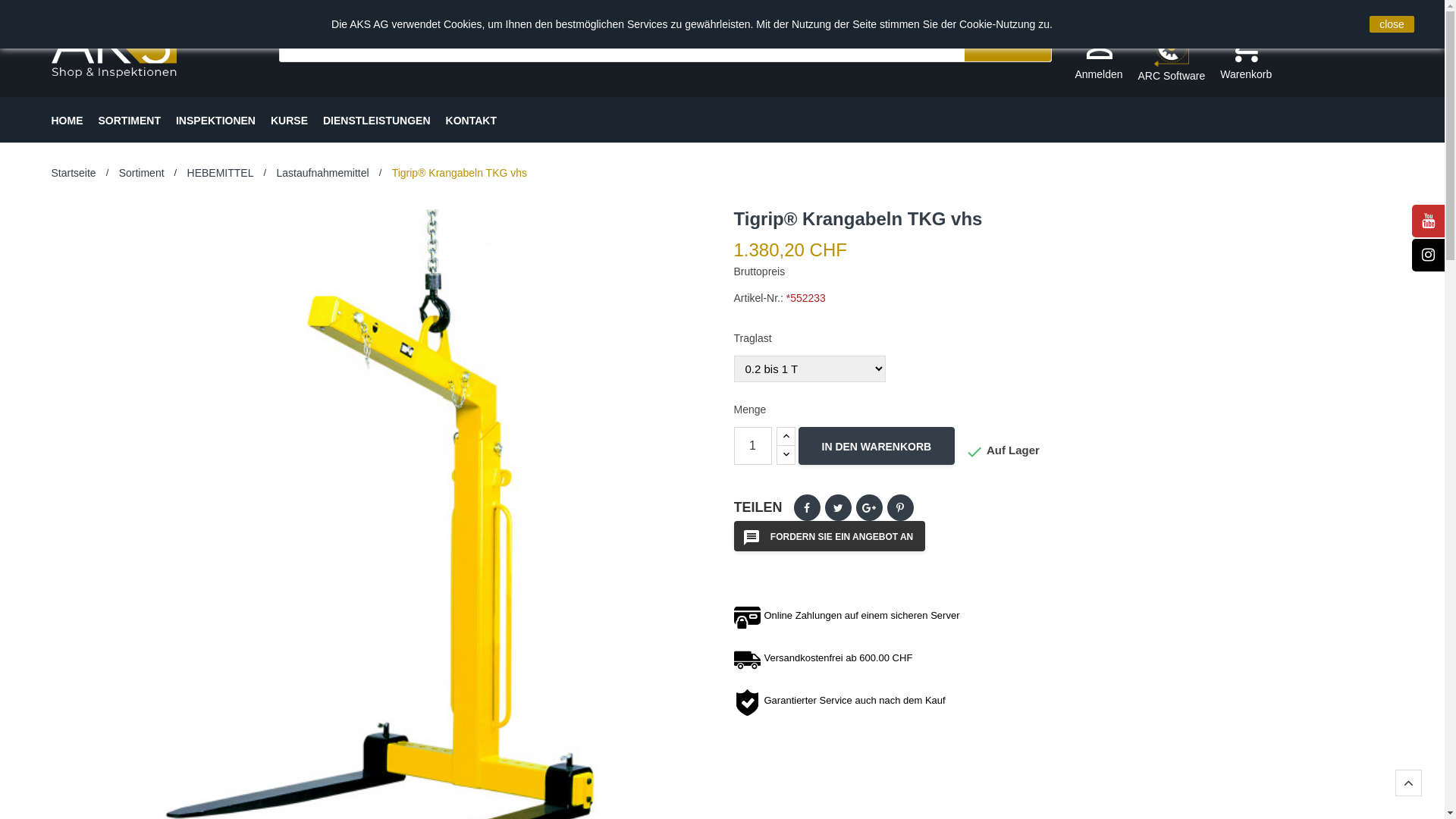 This screenshot has height=819, width=1456. Describe the element at coordinates (289, 119) in the screenshot. I see `'KURSE'` at that location.